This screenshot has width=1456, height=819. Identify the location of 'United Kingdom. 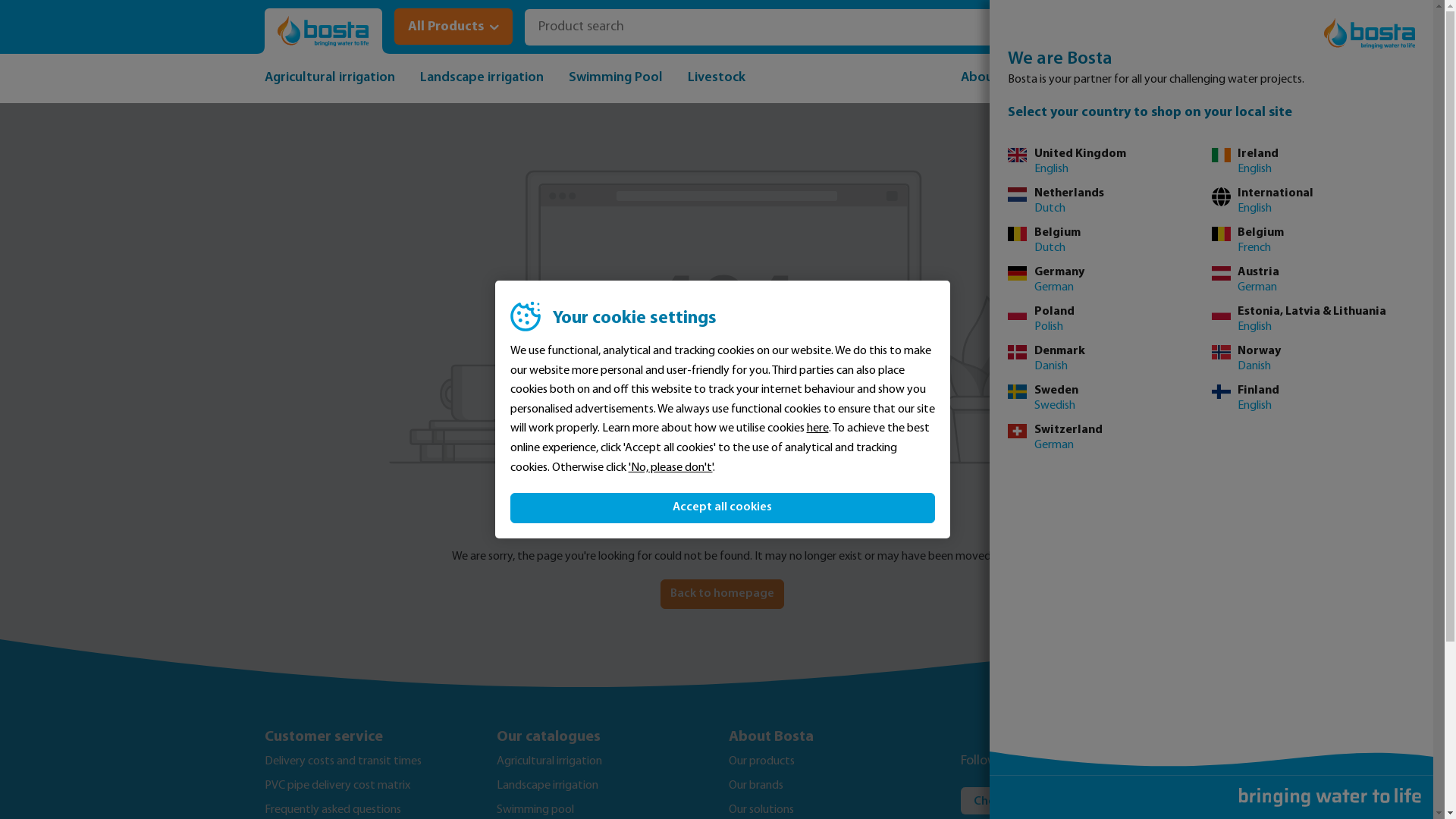
(1008, 161).